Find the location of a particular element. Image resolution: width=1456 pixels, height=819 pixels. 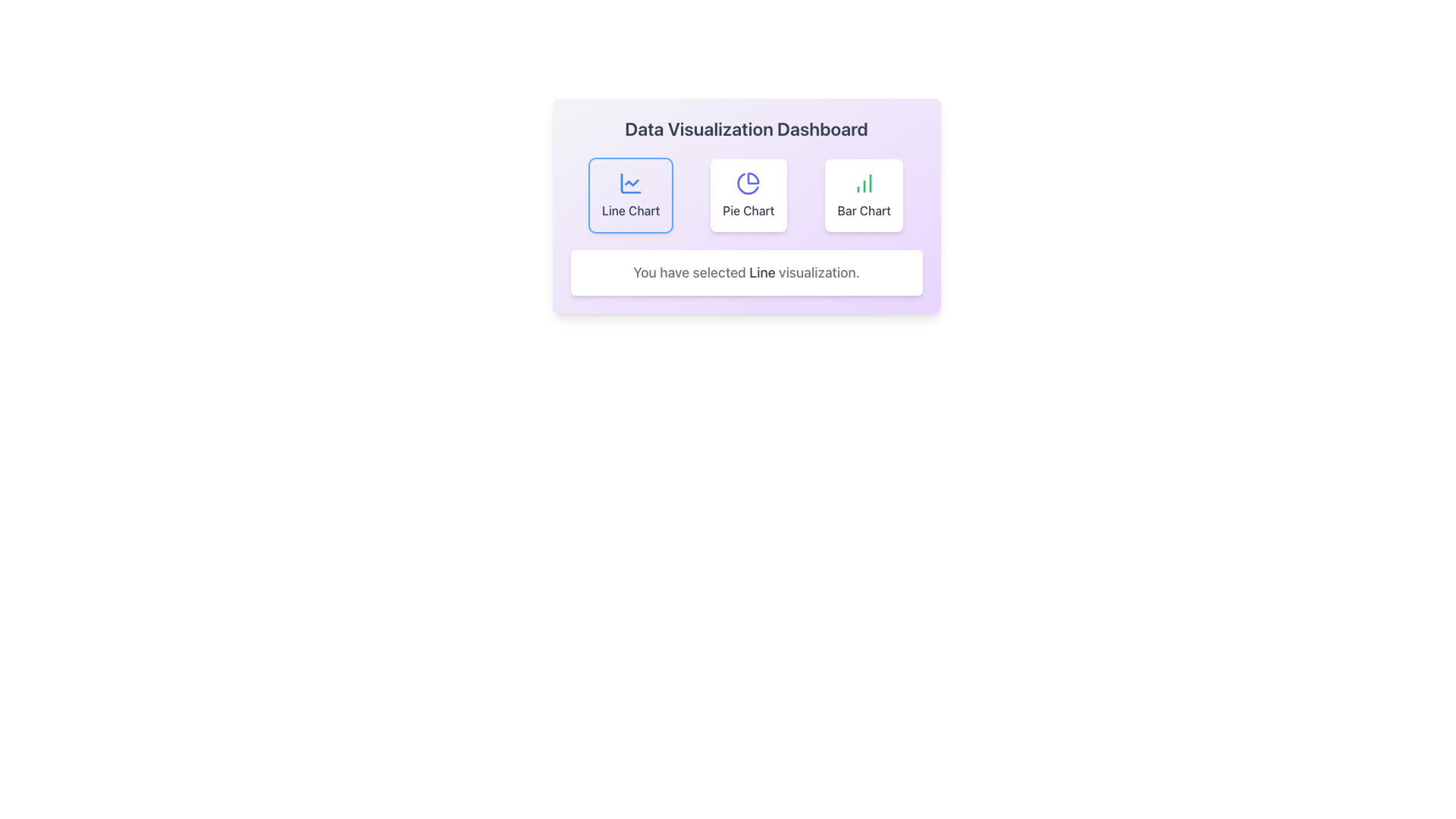

the blue line graph icon within the 'Line Chart' option on the dashboard to engage with it is located at coordinates (631, 183).